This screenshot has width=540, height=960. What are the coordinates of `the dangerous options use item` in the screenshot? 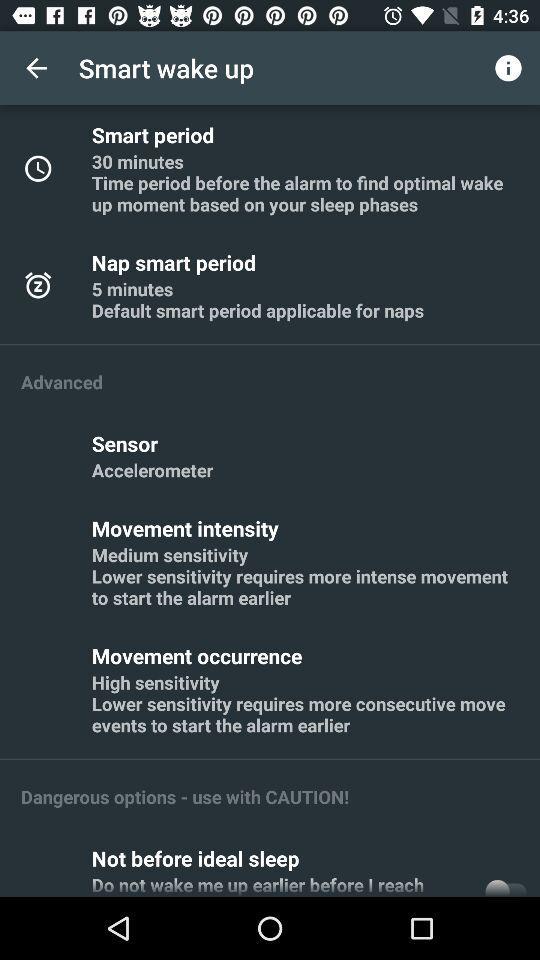 It's located at (185, 796).